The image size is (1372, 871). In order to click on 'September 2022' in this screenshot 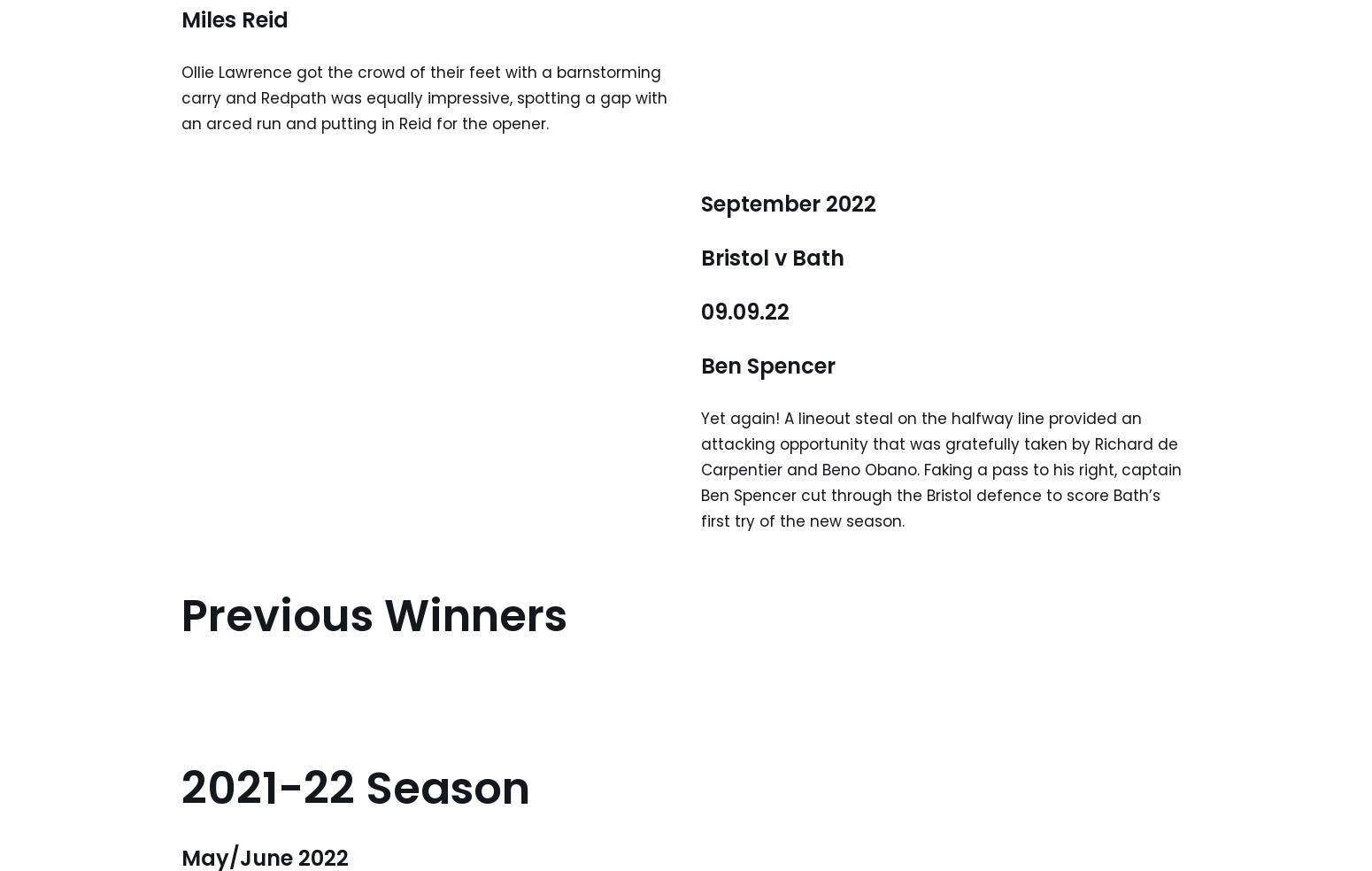, I will do `click(788, 203)`.